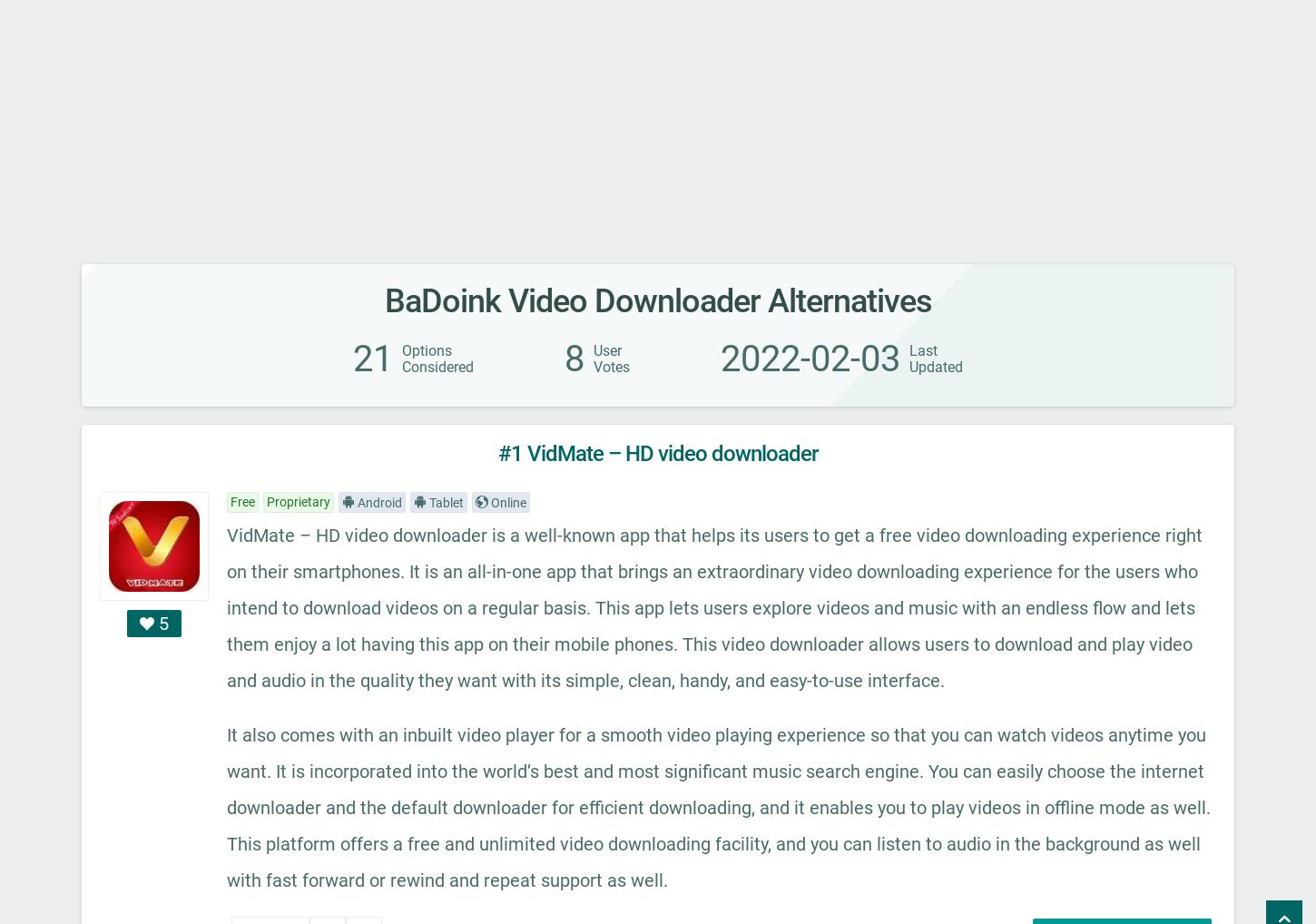 The height and width of the screenshot is (924, 1316). Describe the element at coordinates (606, 350) in the screenshot. I see `'User'` at that location.